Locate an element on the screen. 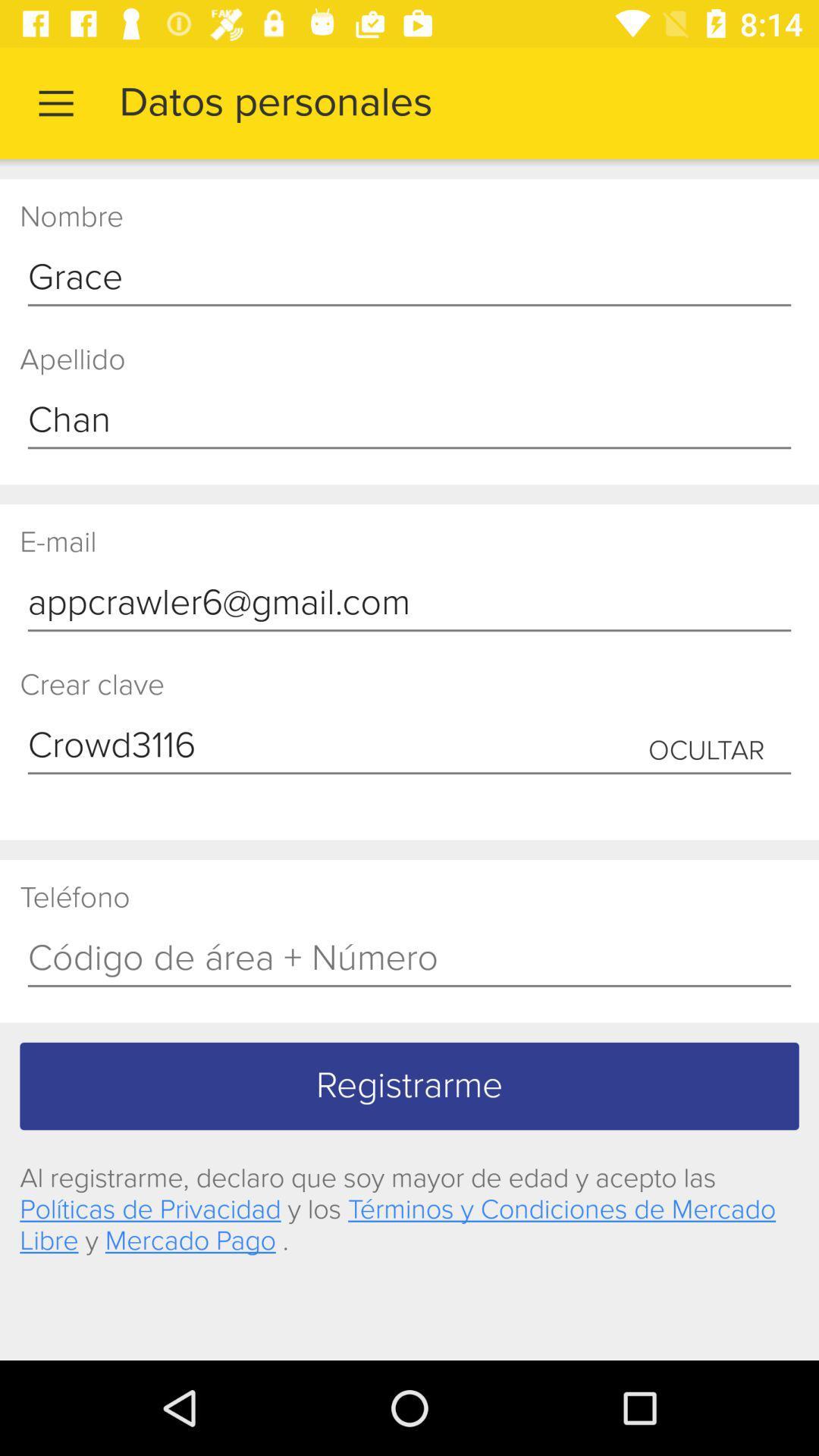 Image resolution: width=819 pixels, height=1456 pixels. the item next to the datos personales item is located at coordinates (55, 102).